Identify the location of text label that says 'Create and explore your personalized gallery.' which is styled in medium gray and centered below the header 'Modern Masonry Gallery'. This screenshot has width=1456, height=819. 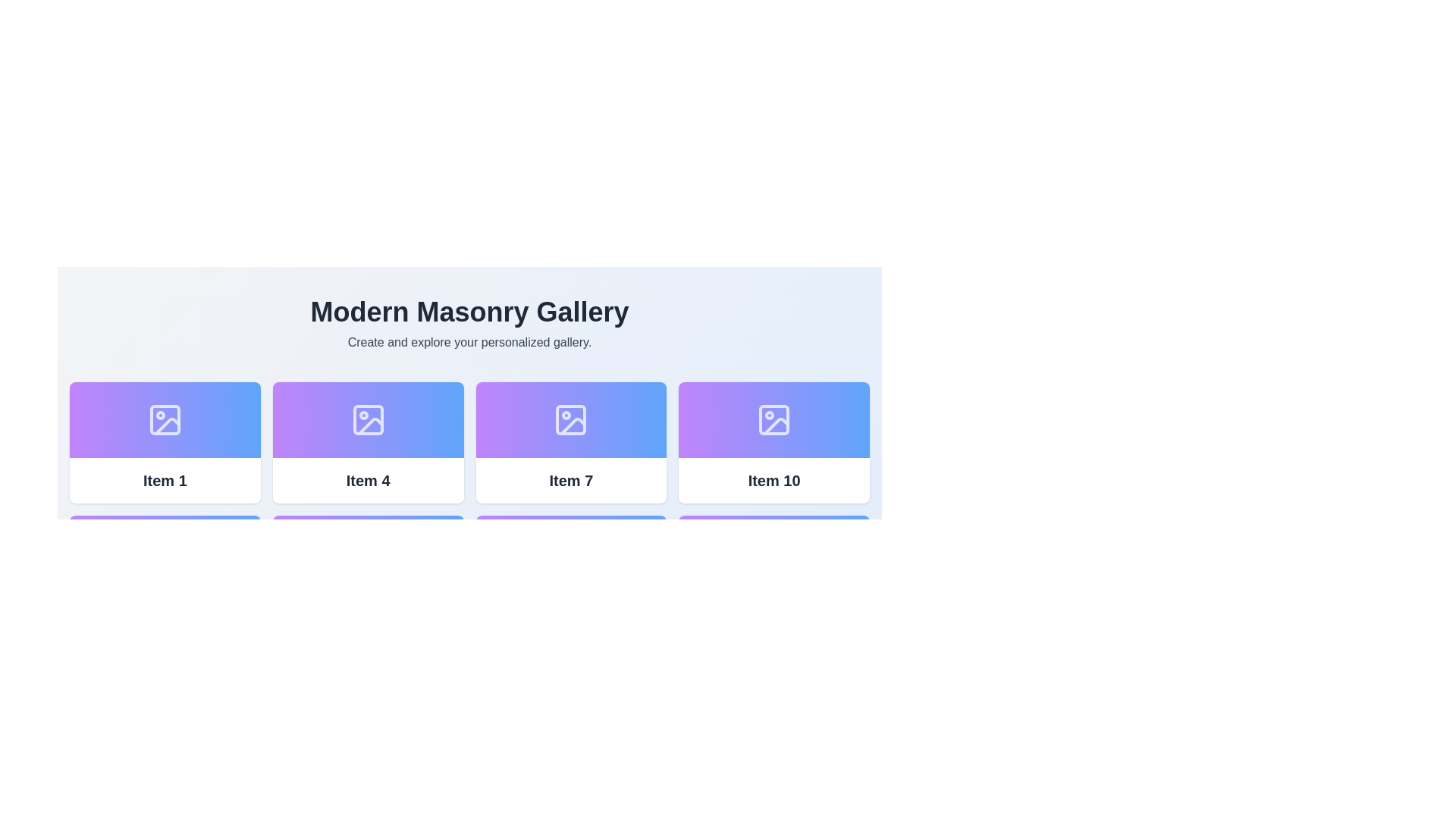
(469, 342).